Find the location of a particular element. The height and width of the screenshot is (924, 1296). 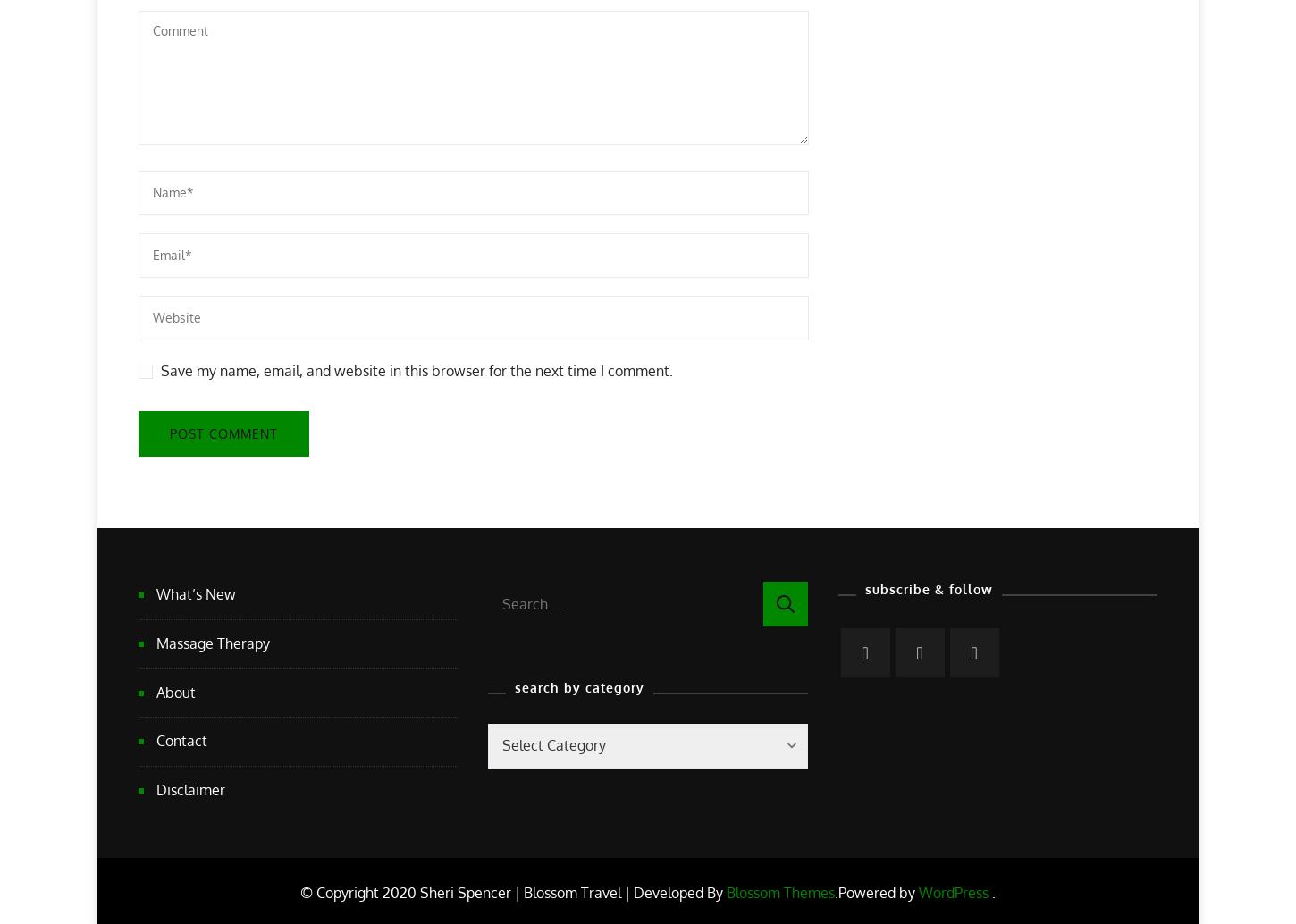

'Blossom Travel | Developed By' is located at coordinates (622, 891).